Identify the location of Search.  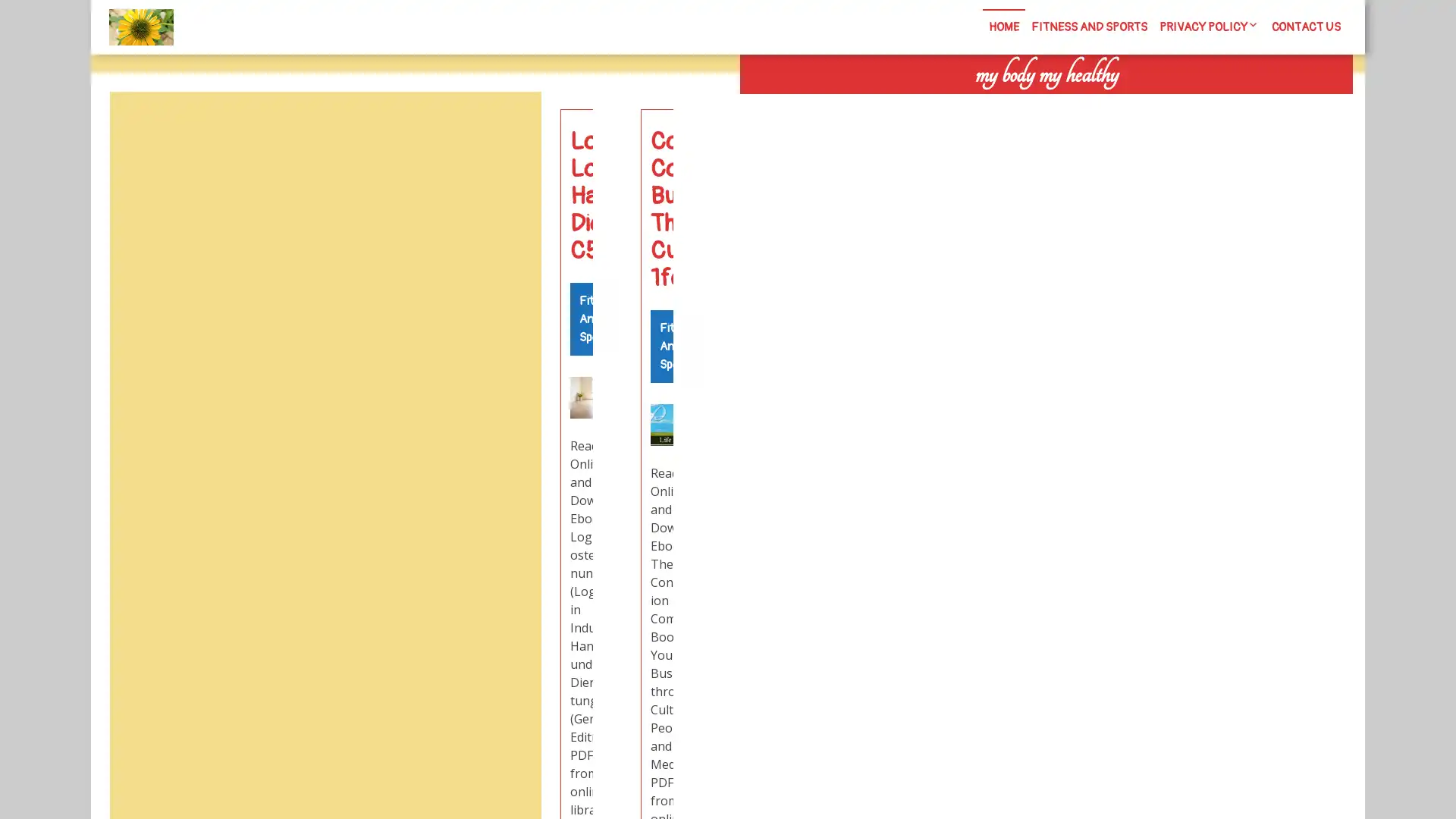
(506, 127).